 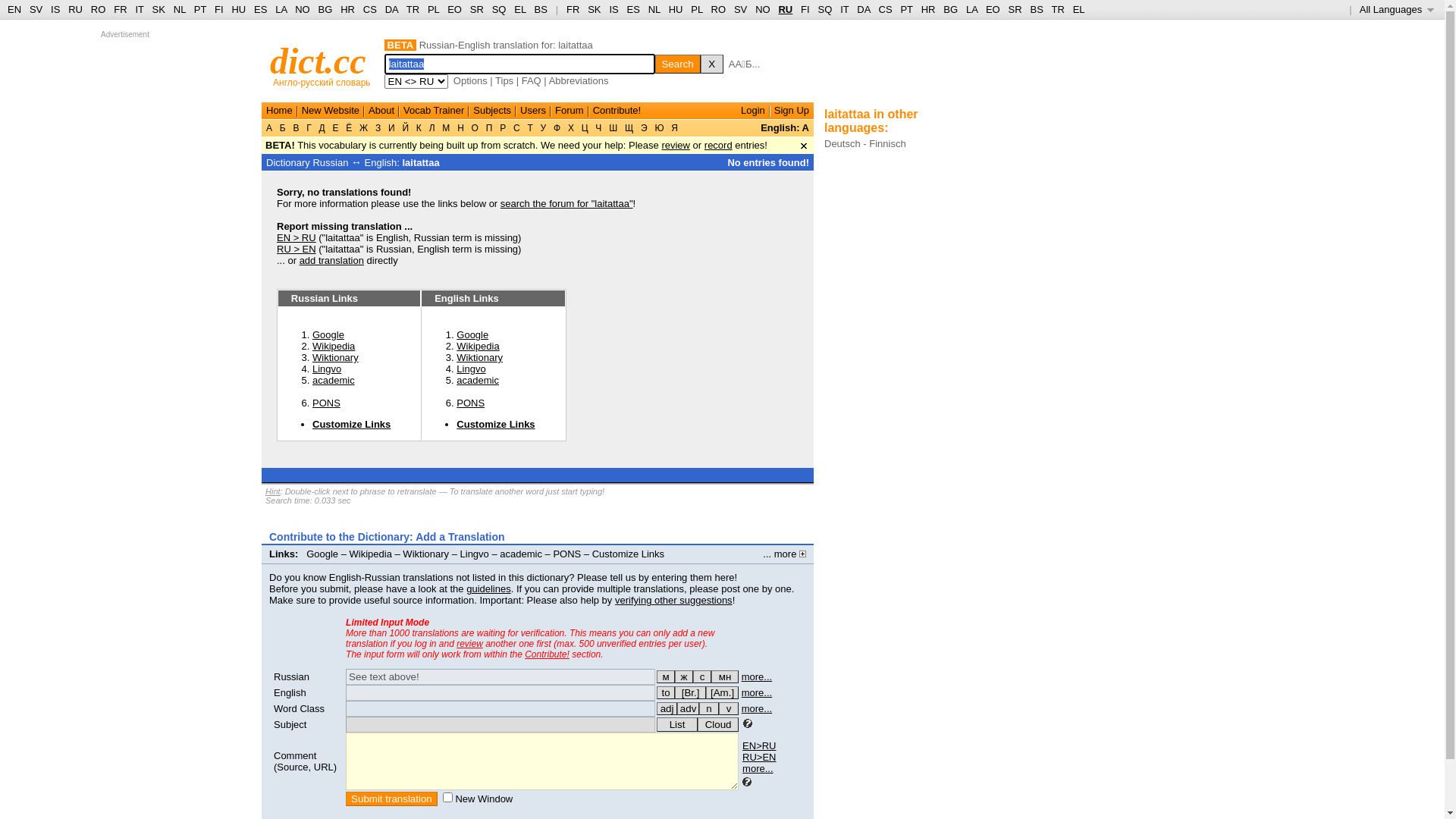 What do you see at coordinates (499, 9) in the screenshot?
I see `'SQ'` at bounding box center [499, 9].